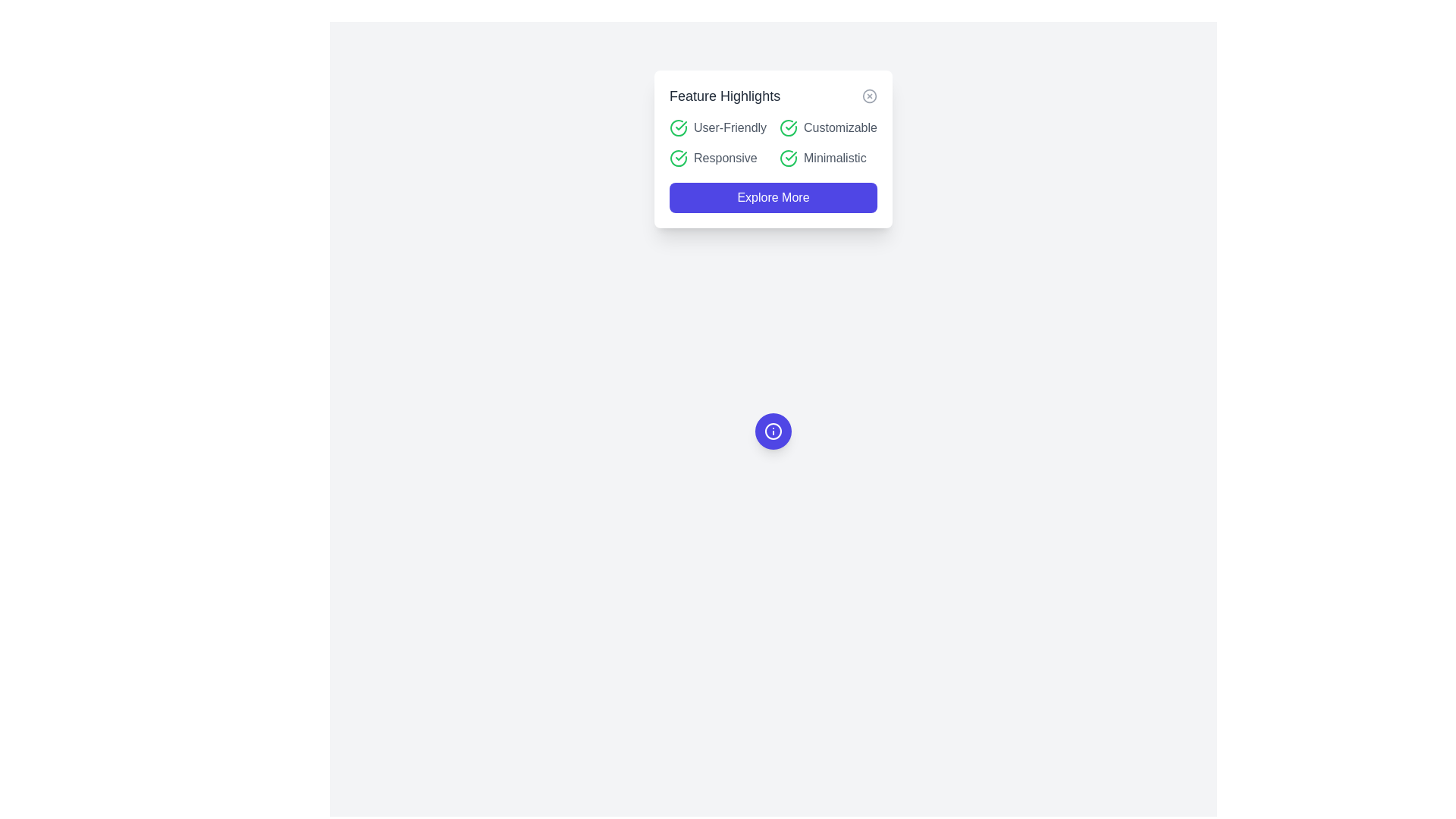 The width and height of the screenshot is (1456, 819). Describe the element at coordinates (678, 158) in the screenshot. I see `the visual status indicated by the green checkmark icon in the 'Feature Highlights' section, which is adjacent to the text 'Responsive'` at that location.